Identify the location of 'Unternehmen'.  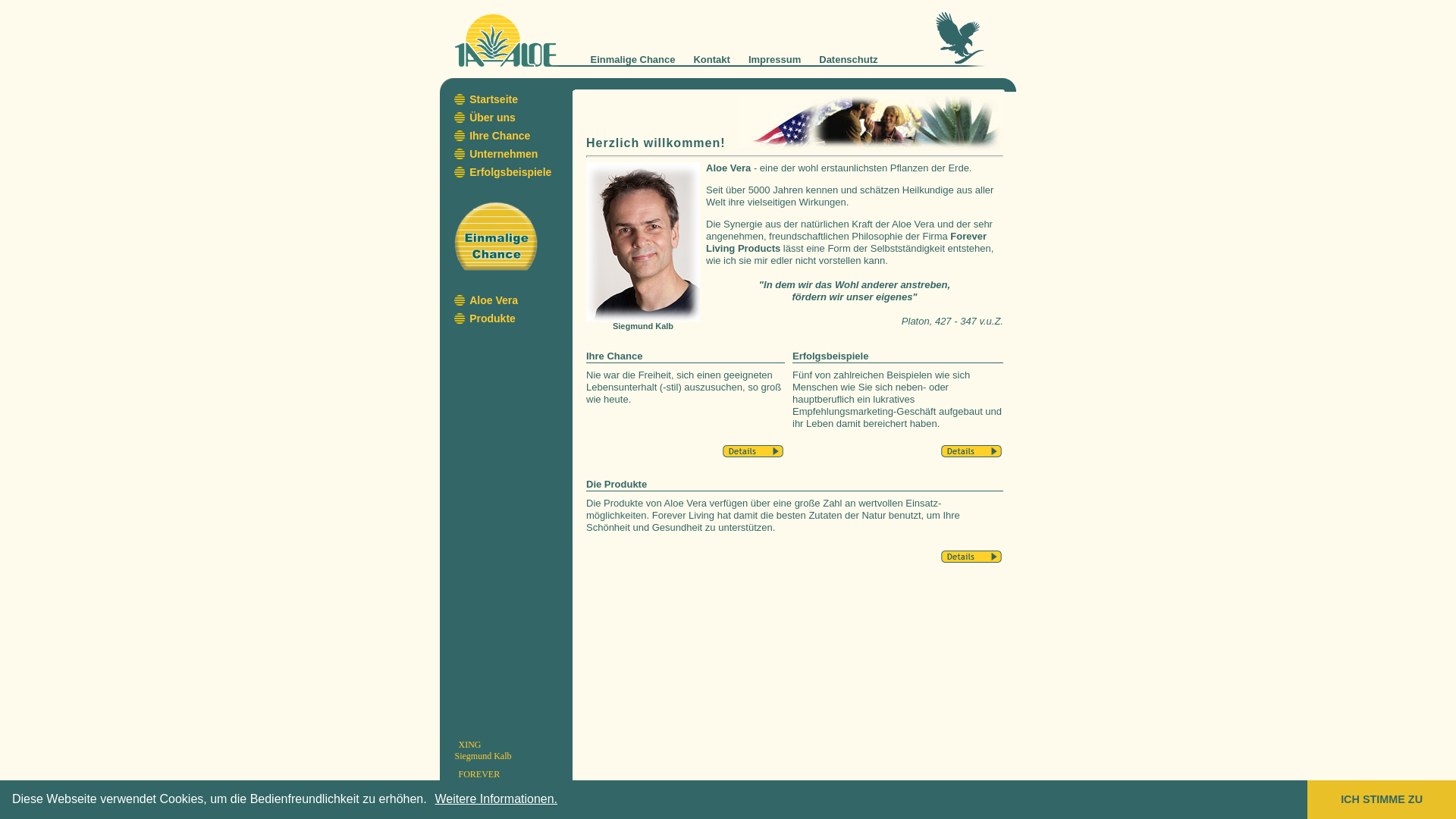
(503, 154).